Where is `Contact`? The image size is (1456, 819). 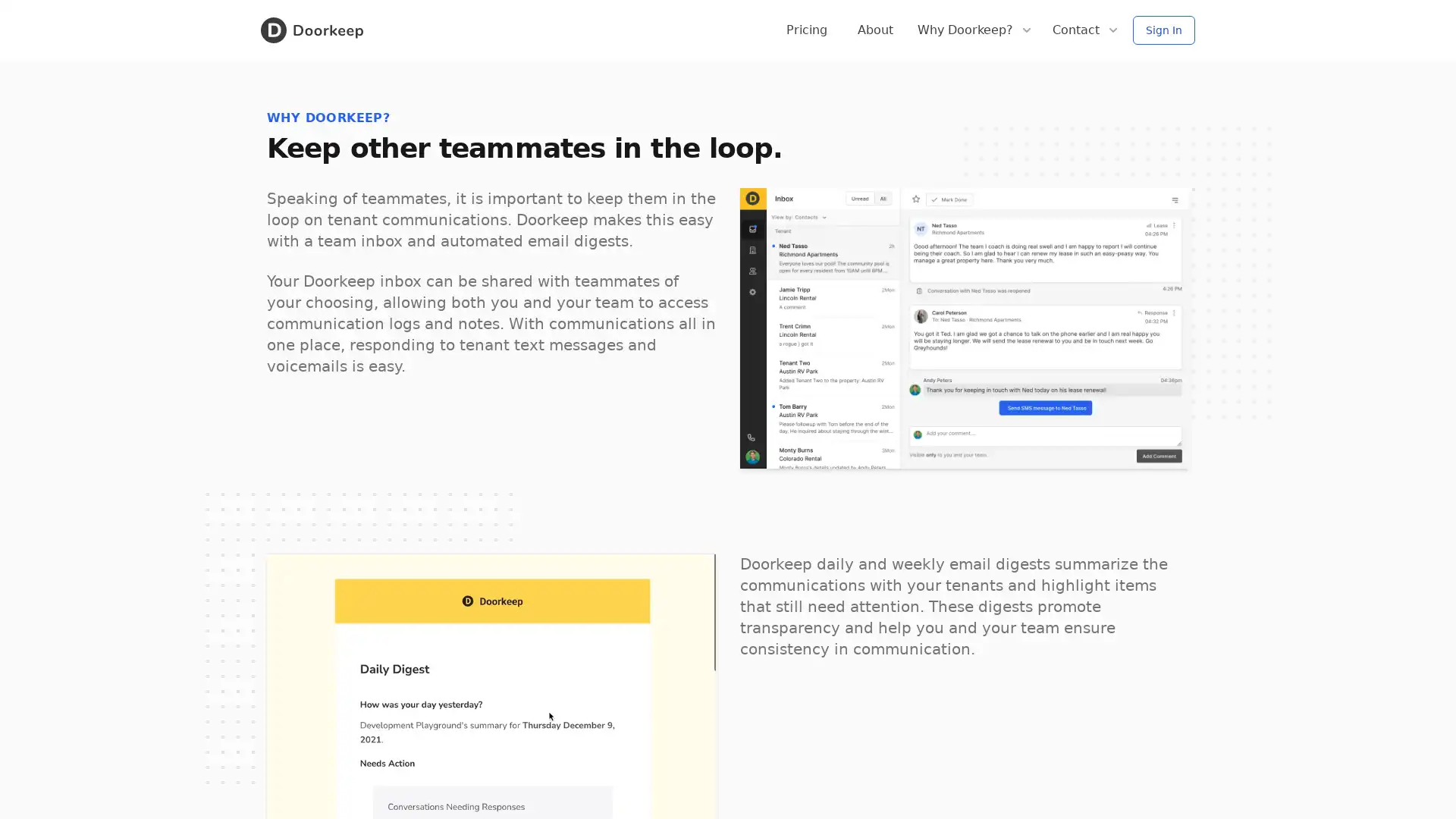
Contact is located at coordinates (1086, 30).